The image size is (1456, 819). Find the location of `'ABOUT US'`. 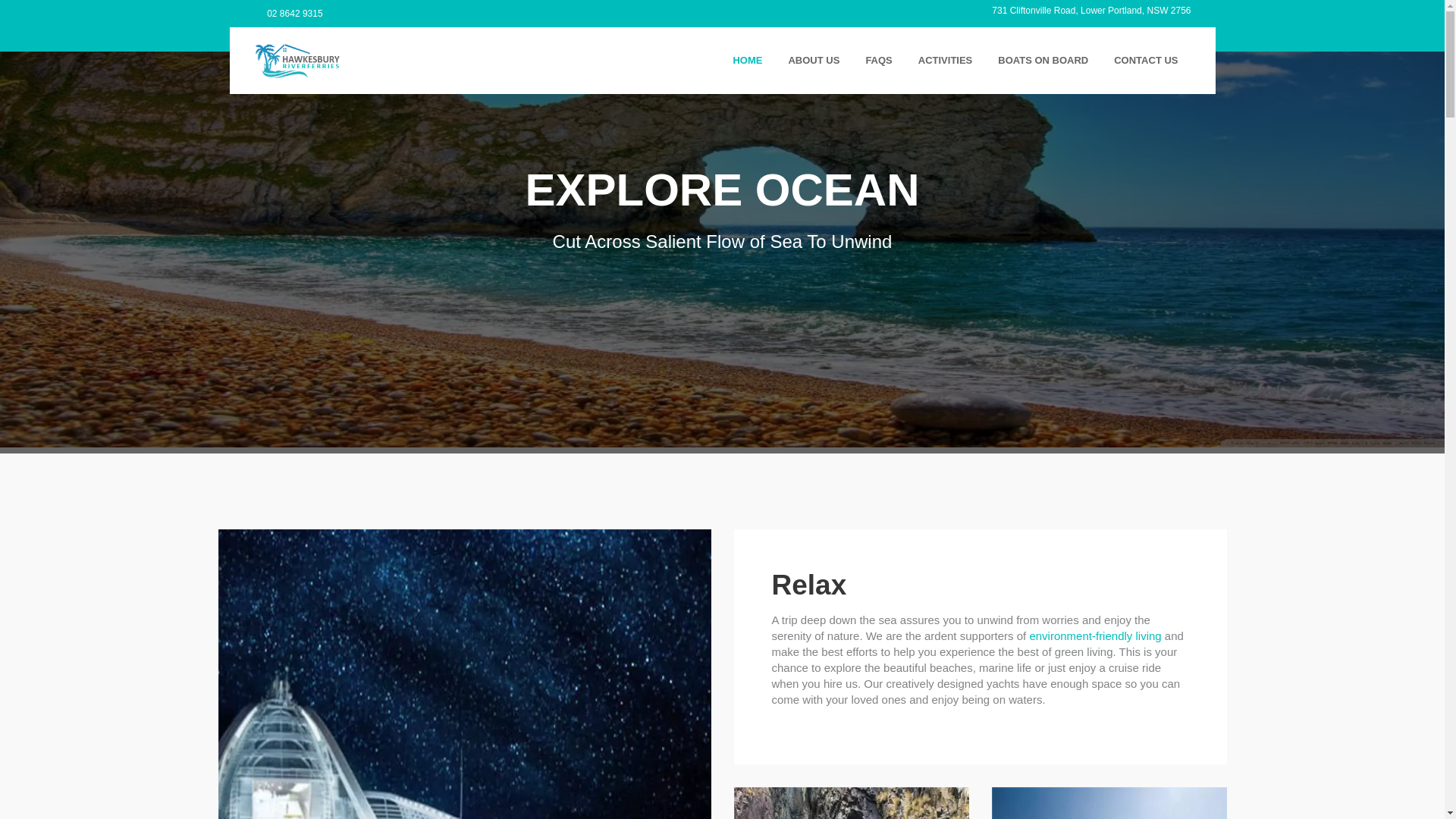

'ABOUT US' is located at coordinates (813, 60).